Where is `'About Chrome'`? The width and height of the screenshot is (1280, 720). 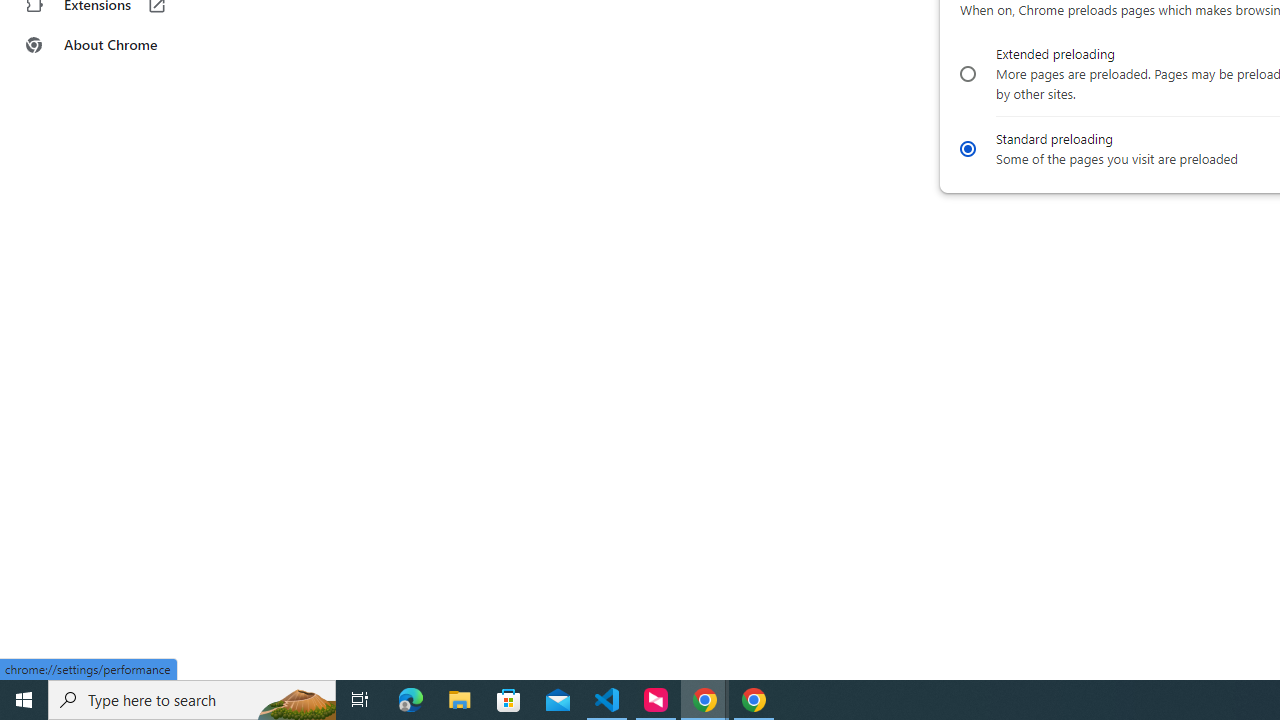
'About Chrome' is located at coordinates (123, 45).